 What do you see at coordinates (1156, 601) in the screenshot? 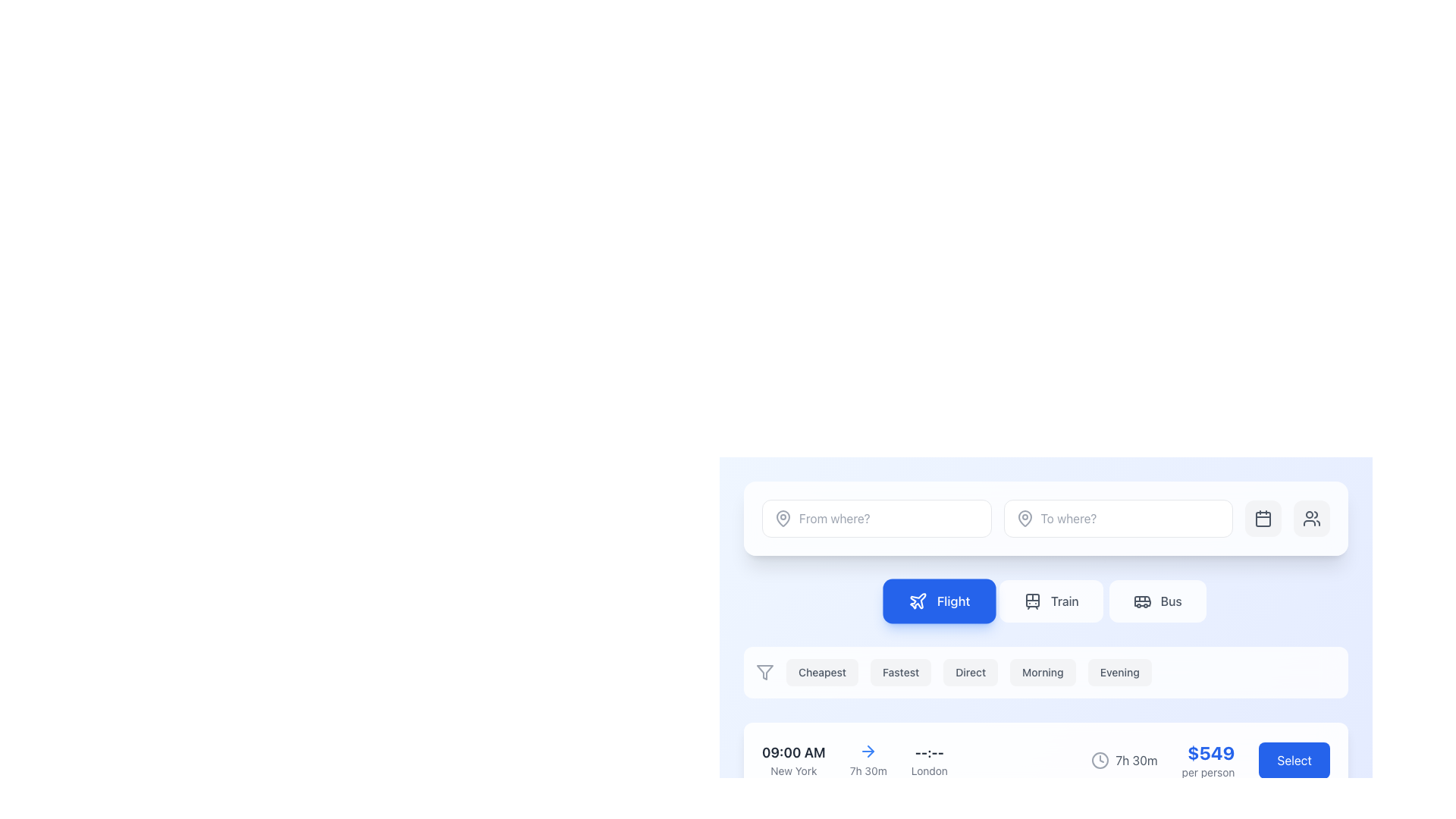
I see `the 'Bus' button, which is the last selectable tab aligned horizontally with 'Flight' and 'Train', to provide visual feedback` at bounding box center [1156, 601].